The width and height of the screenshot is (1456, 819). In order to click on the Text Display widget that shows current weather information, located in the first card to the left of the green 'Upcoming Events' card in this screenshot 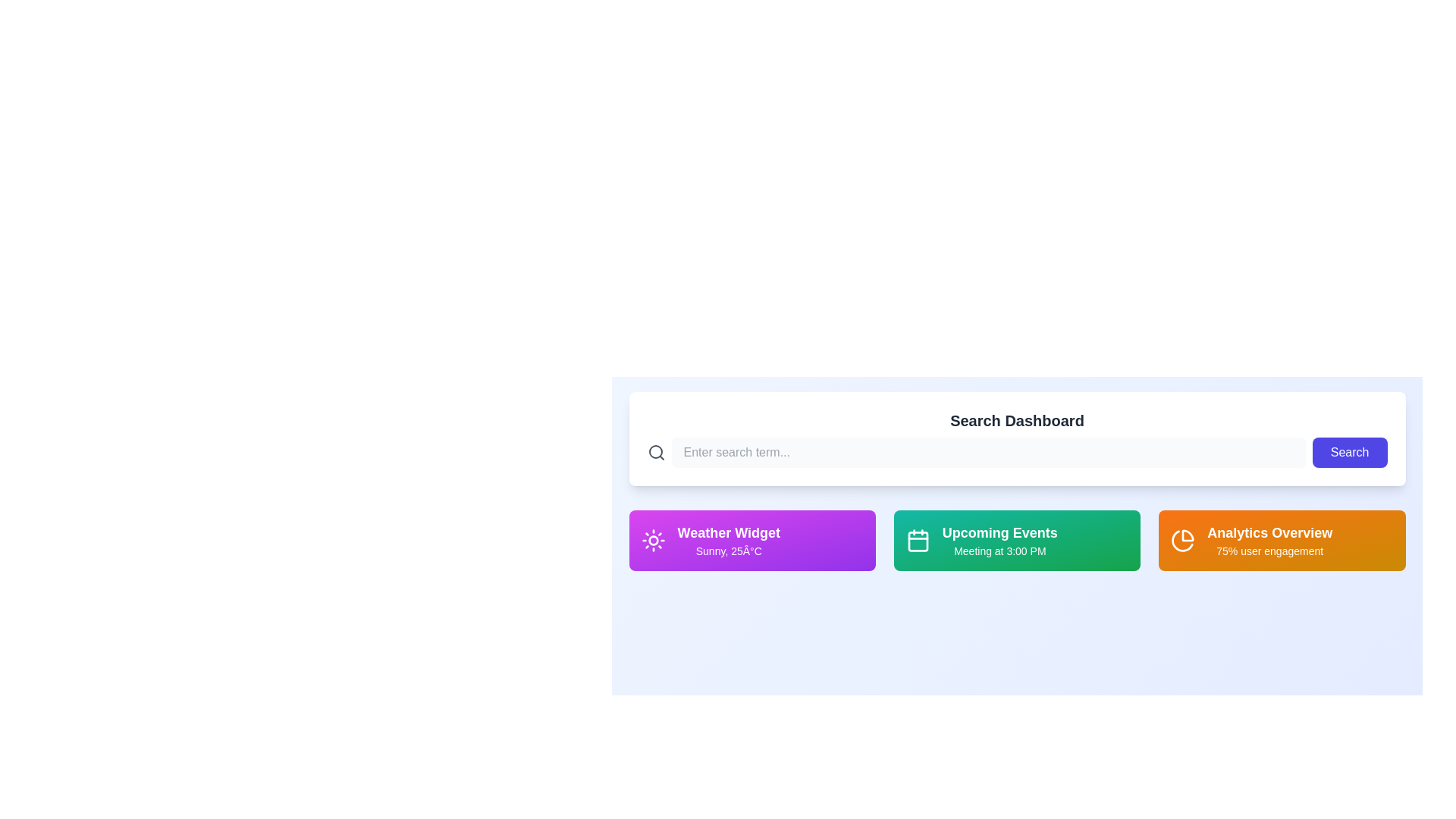, I will do `click(729, 540)`.